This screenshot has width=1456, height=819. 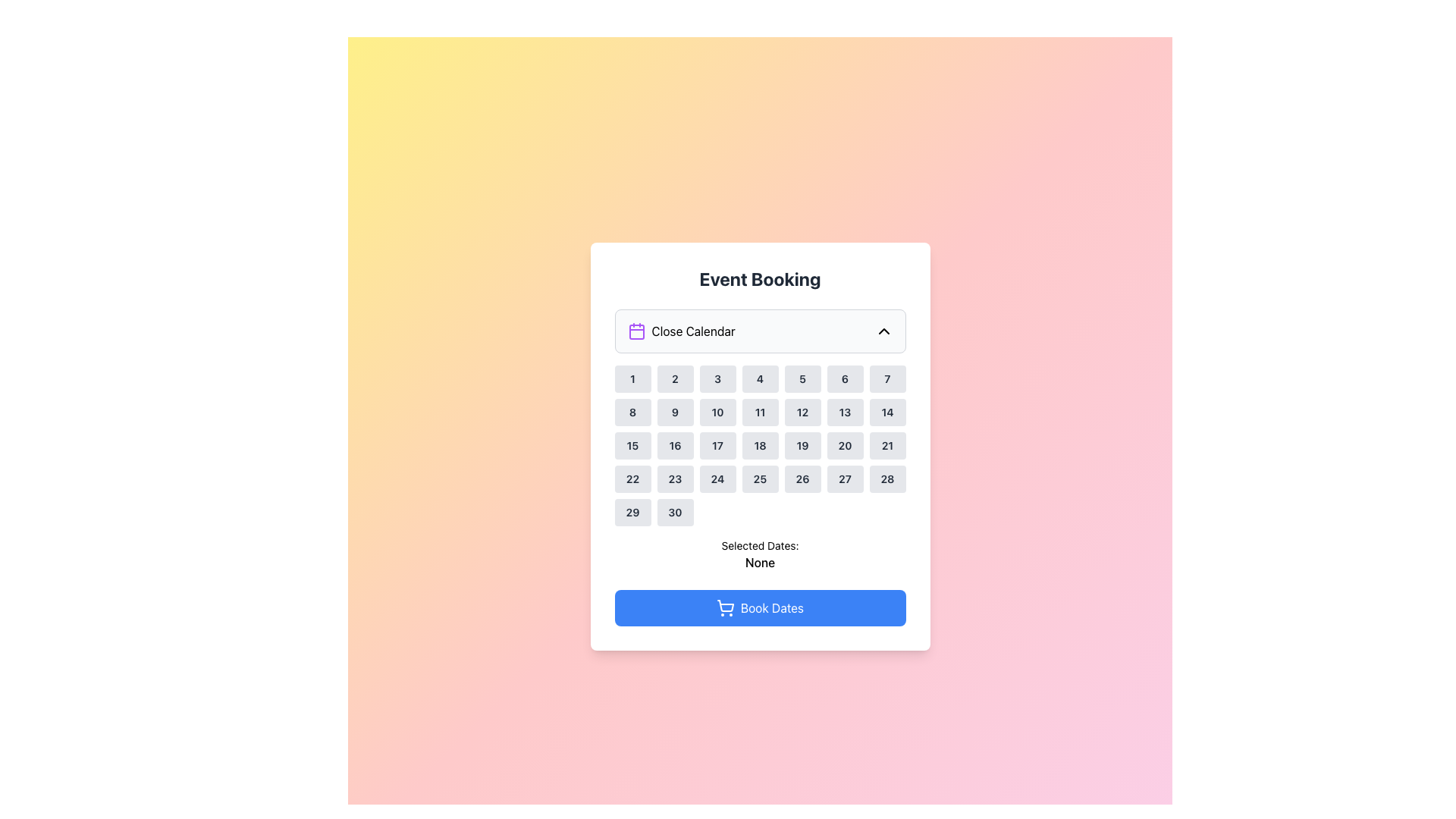 I want to click on the button that displays the number '19' with a light gray background in the fifth column of the third row of the grid layout, so click(x=802, y=444).